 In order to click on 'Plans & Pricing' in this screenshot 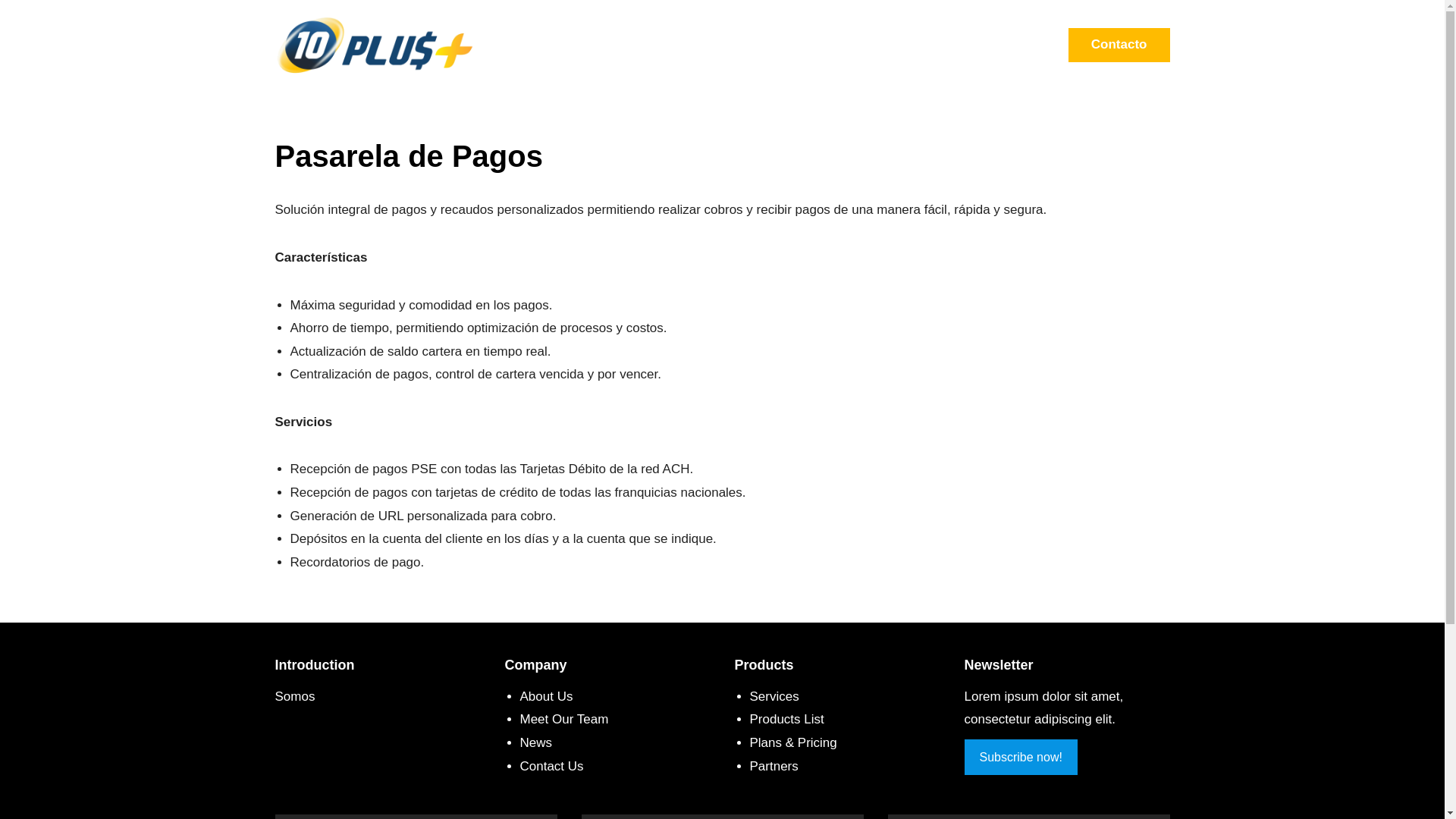, I will do `click(792, 742)`.